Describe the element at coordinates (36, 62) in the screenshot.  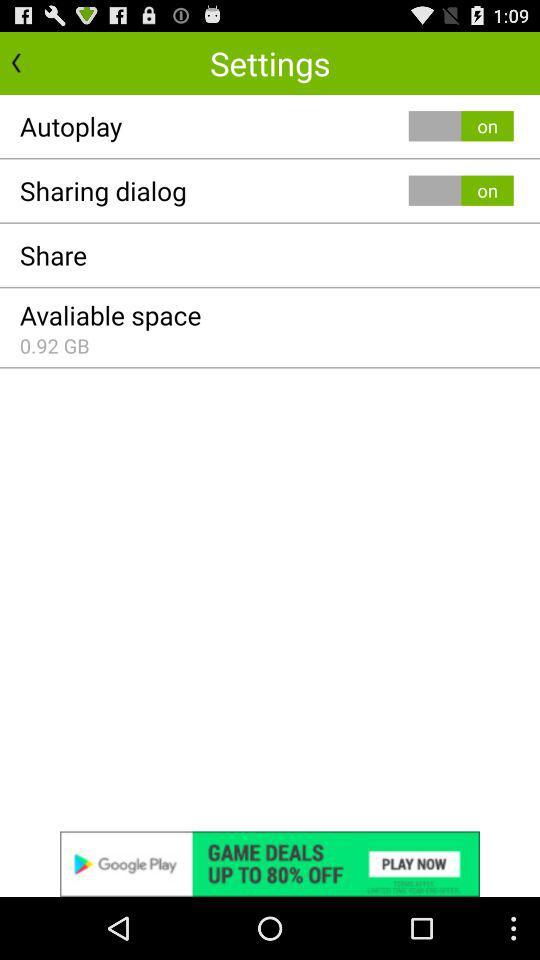
I see `previous the page` at that location.